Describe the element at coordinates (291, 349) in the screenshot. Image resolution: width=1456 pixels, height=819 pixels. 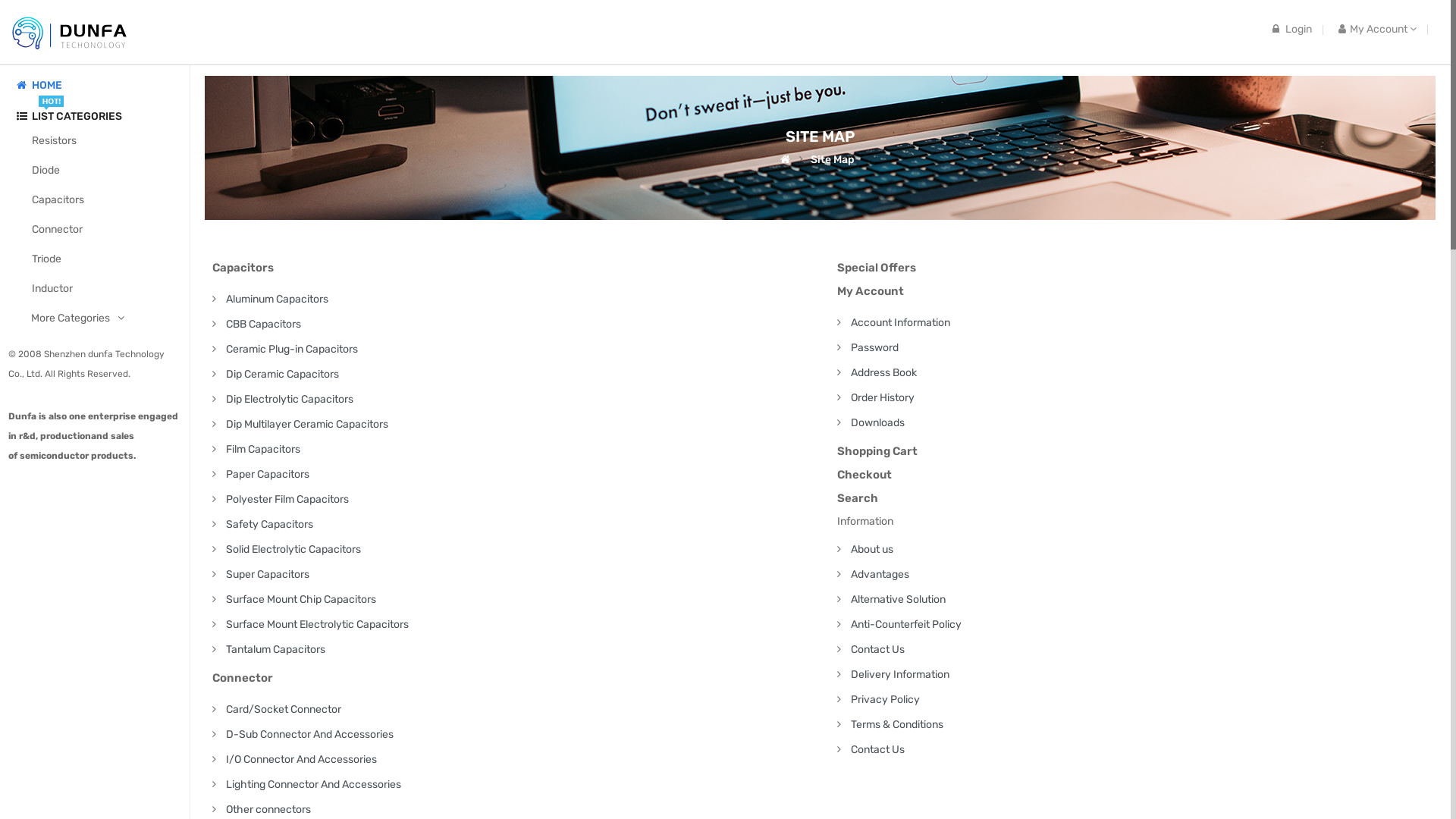
I see `'Ceramic Plug-in Capacitors'` at that location.